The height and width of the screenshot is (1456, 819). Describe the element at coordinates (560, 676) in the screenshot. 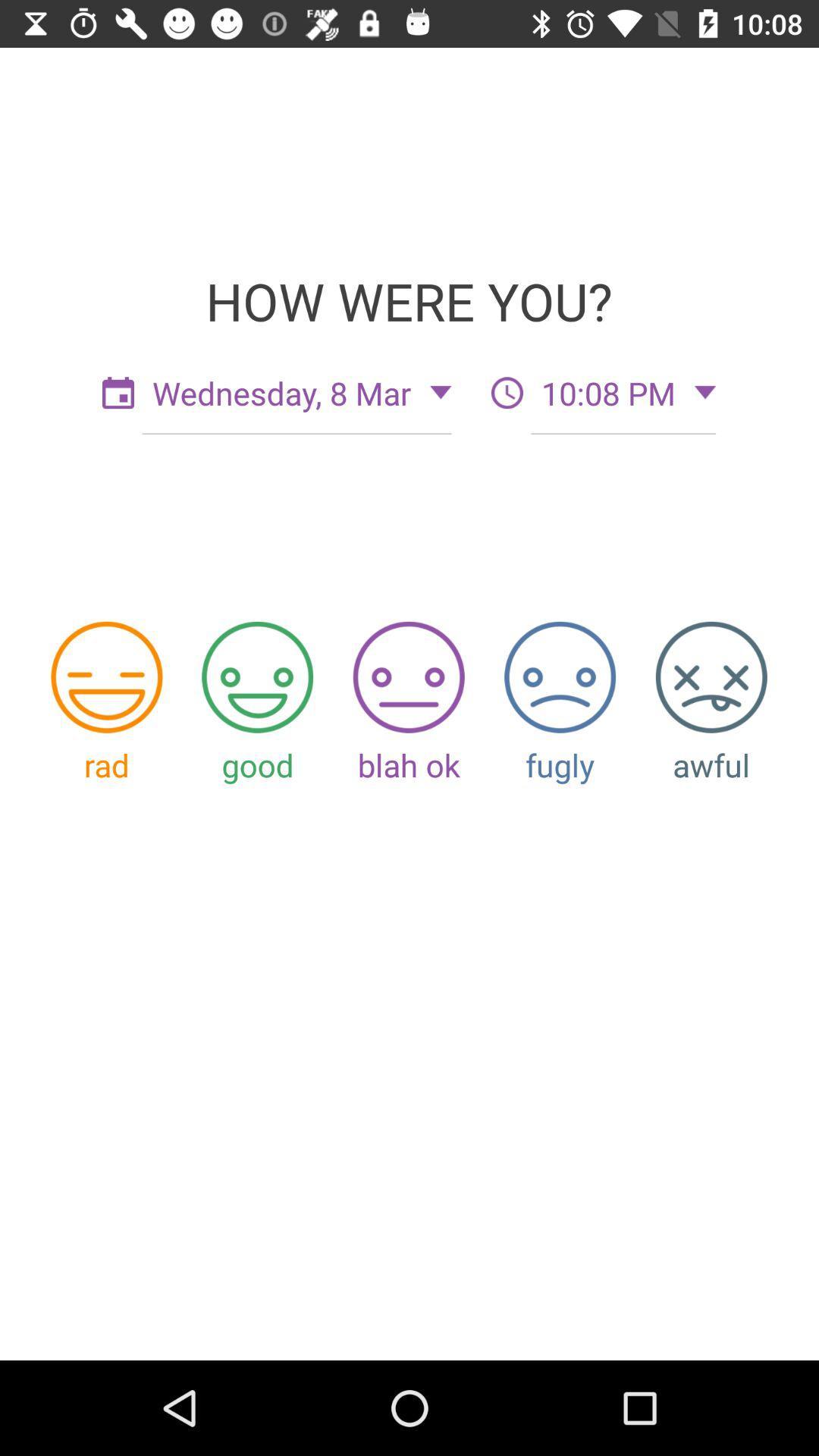

I see `the rating` at that location.